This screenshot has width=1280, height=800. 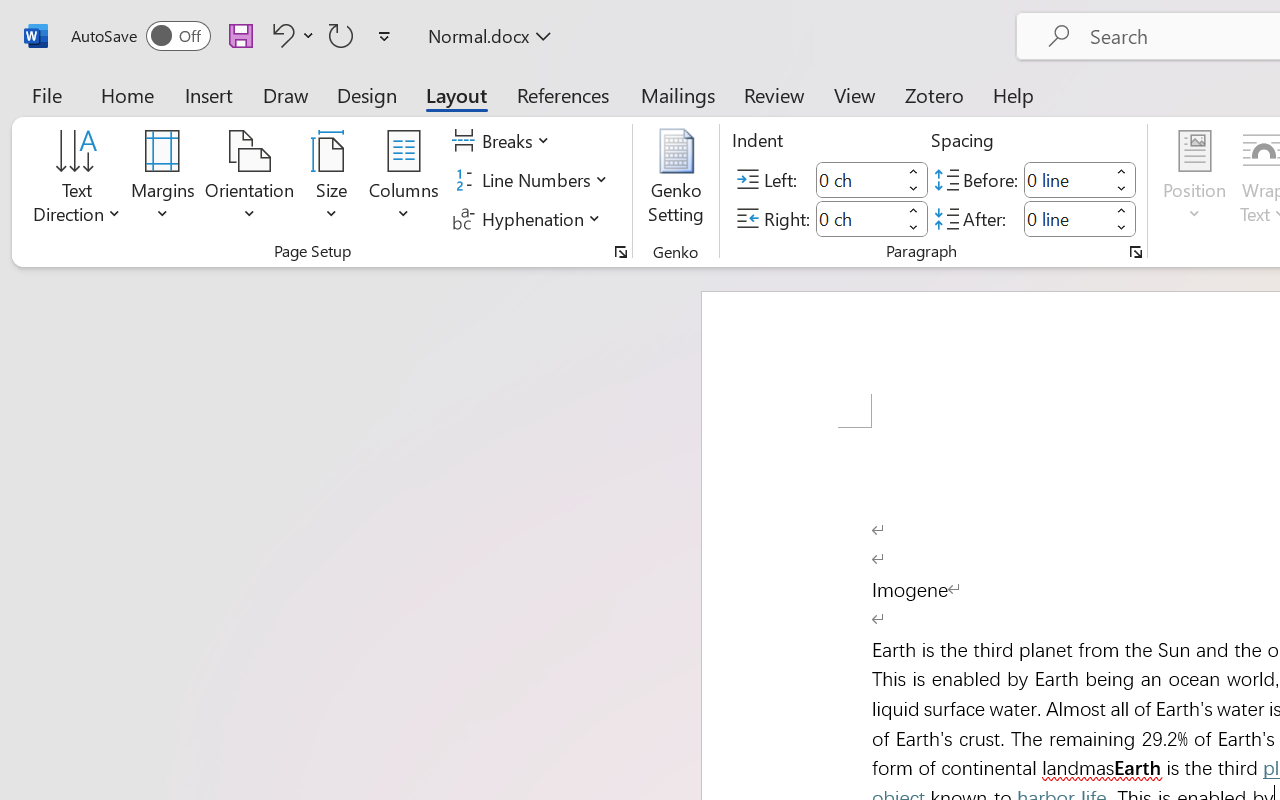 I want to click on 'More', so click(x=1121, y=210).